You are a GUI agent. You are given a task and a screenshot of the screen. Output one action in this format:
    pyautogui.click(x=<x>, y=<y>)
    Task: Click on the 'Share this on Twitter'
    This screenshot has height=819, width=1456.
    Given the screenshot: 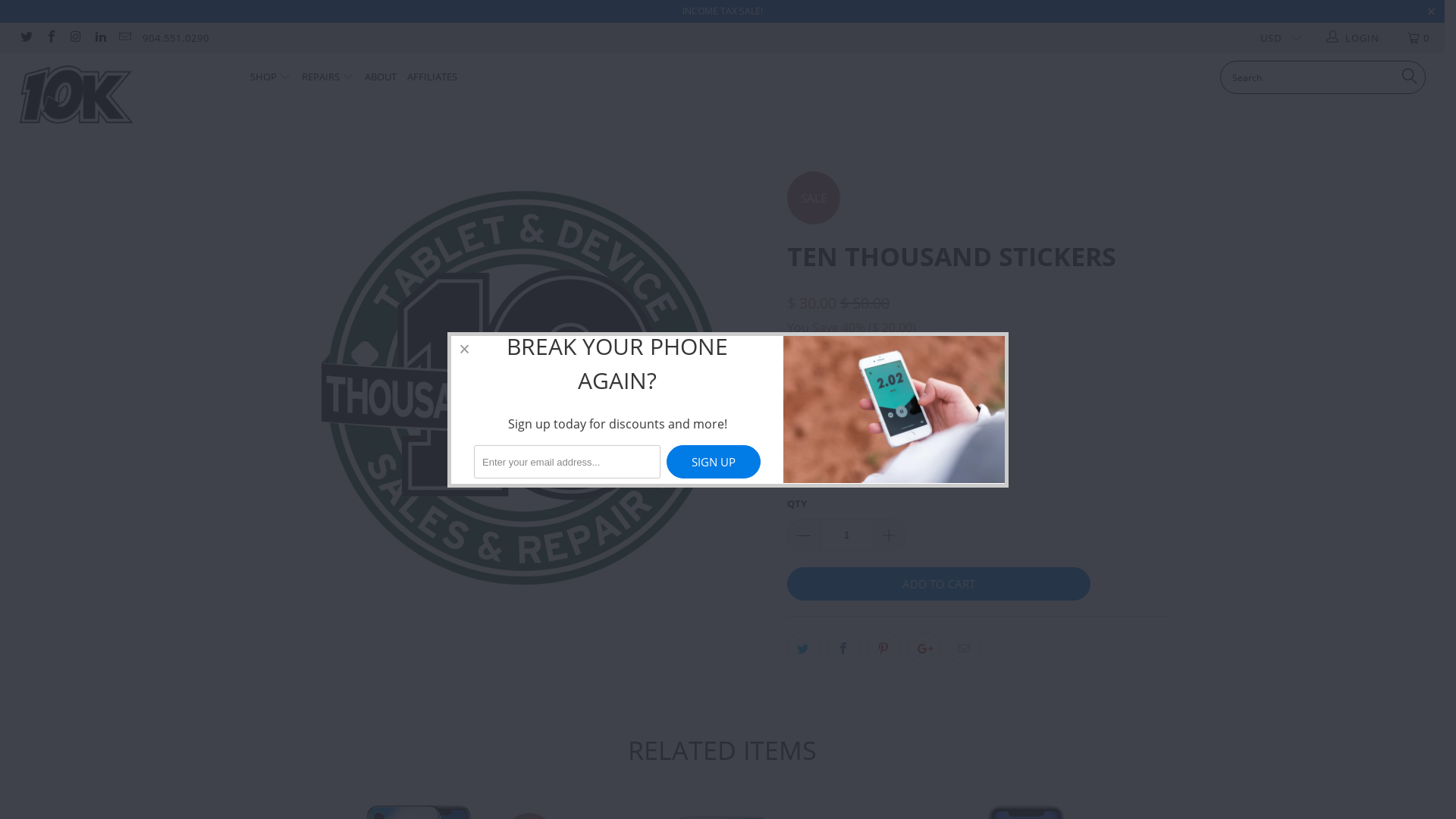 What is the action you would take?
    pyautogui.click(x=803, y=648)
    